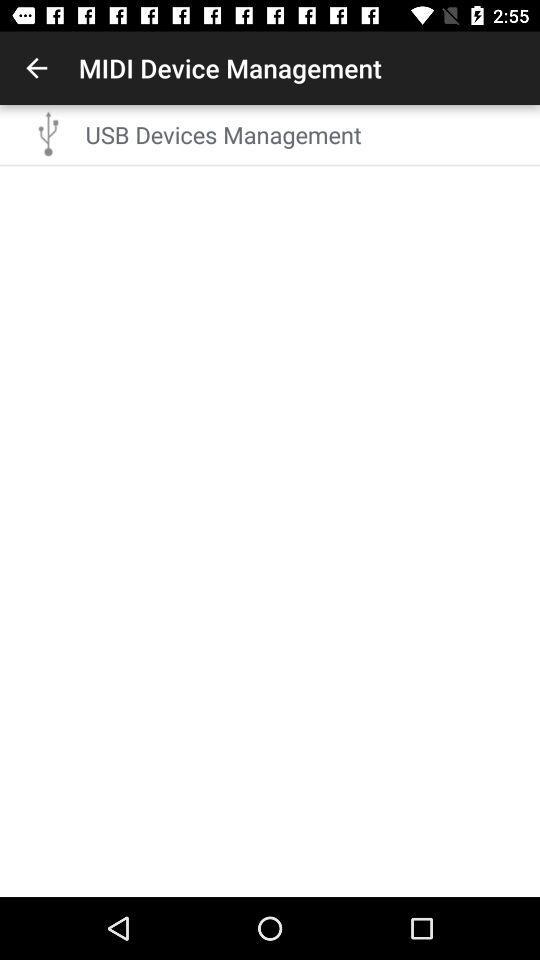  Describe the element at coordinates (49, 133) in the screenshot. I see `the app to the left of usb devices management icon` at that location.